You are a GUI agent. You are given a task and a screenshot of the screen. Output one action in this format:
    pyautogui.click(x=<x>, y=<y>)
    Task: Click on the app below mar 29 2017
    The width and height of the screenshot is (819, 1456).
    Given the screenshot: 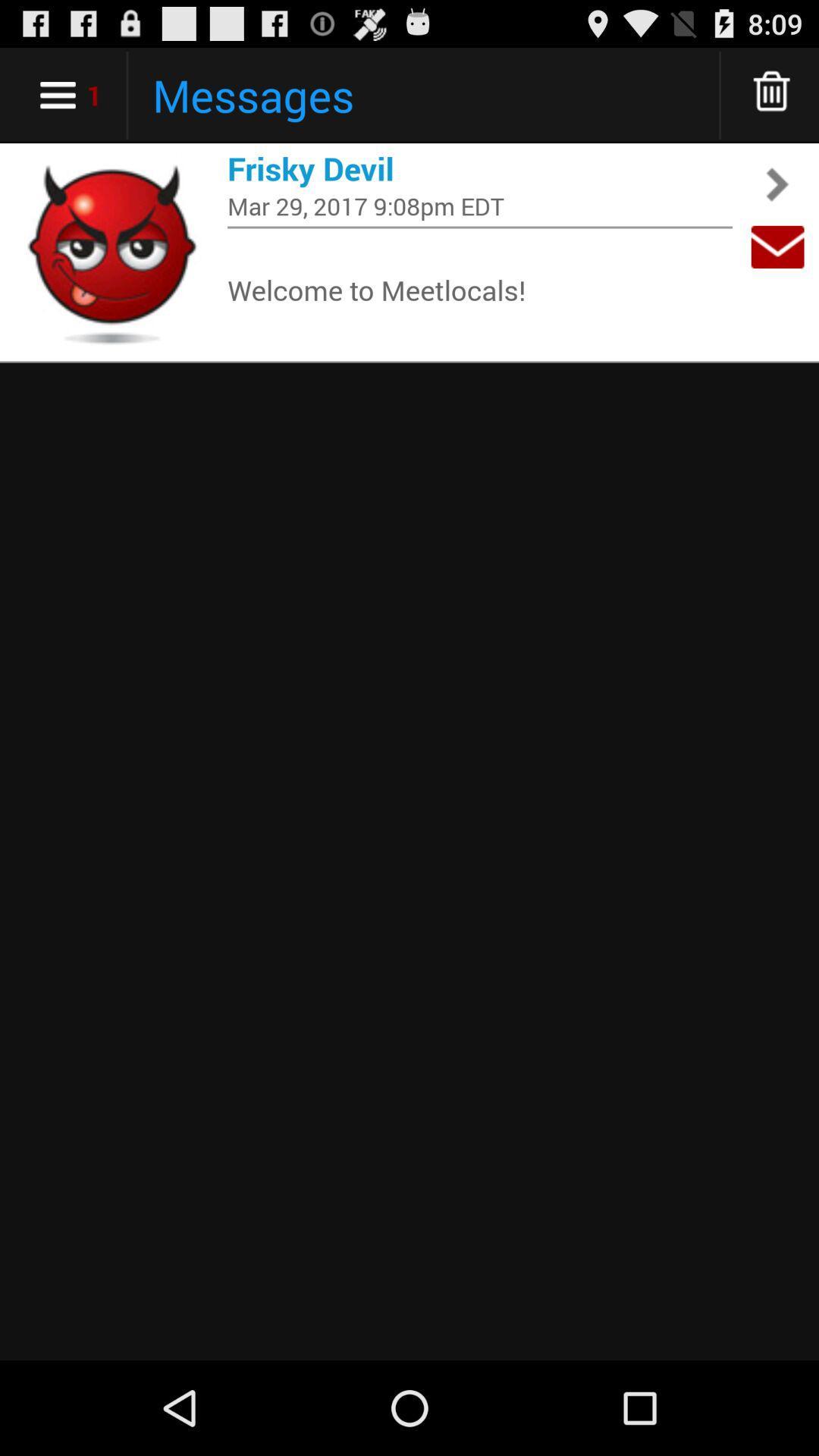 What is the action you would take?
    pyautogui.click(x=479, y=226)
    